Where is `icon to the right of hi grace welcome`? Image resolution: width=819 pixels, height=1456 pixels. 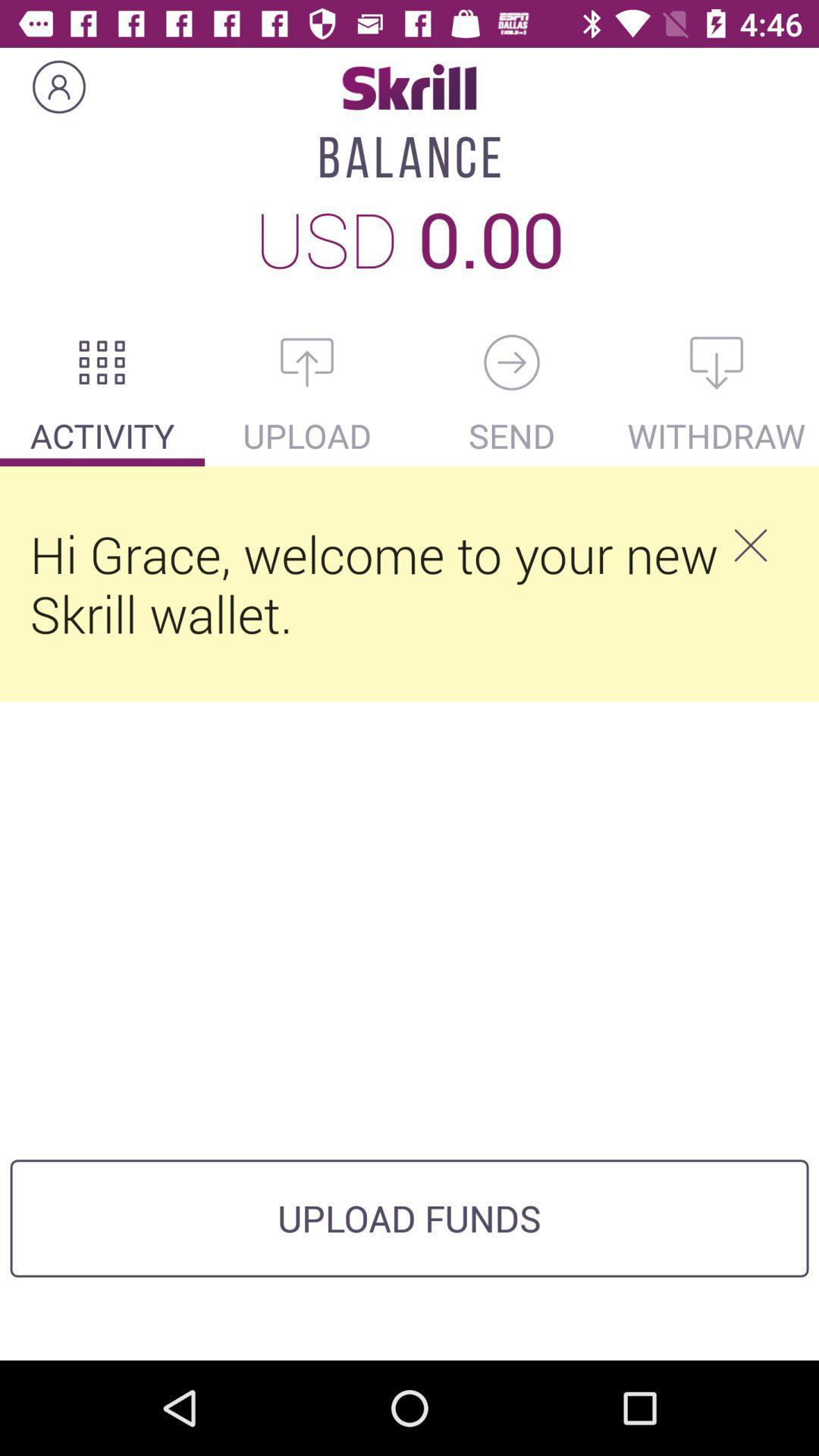 icon to the right of hi grace welcome is located at coordinates (749, 545).